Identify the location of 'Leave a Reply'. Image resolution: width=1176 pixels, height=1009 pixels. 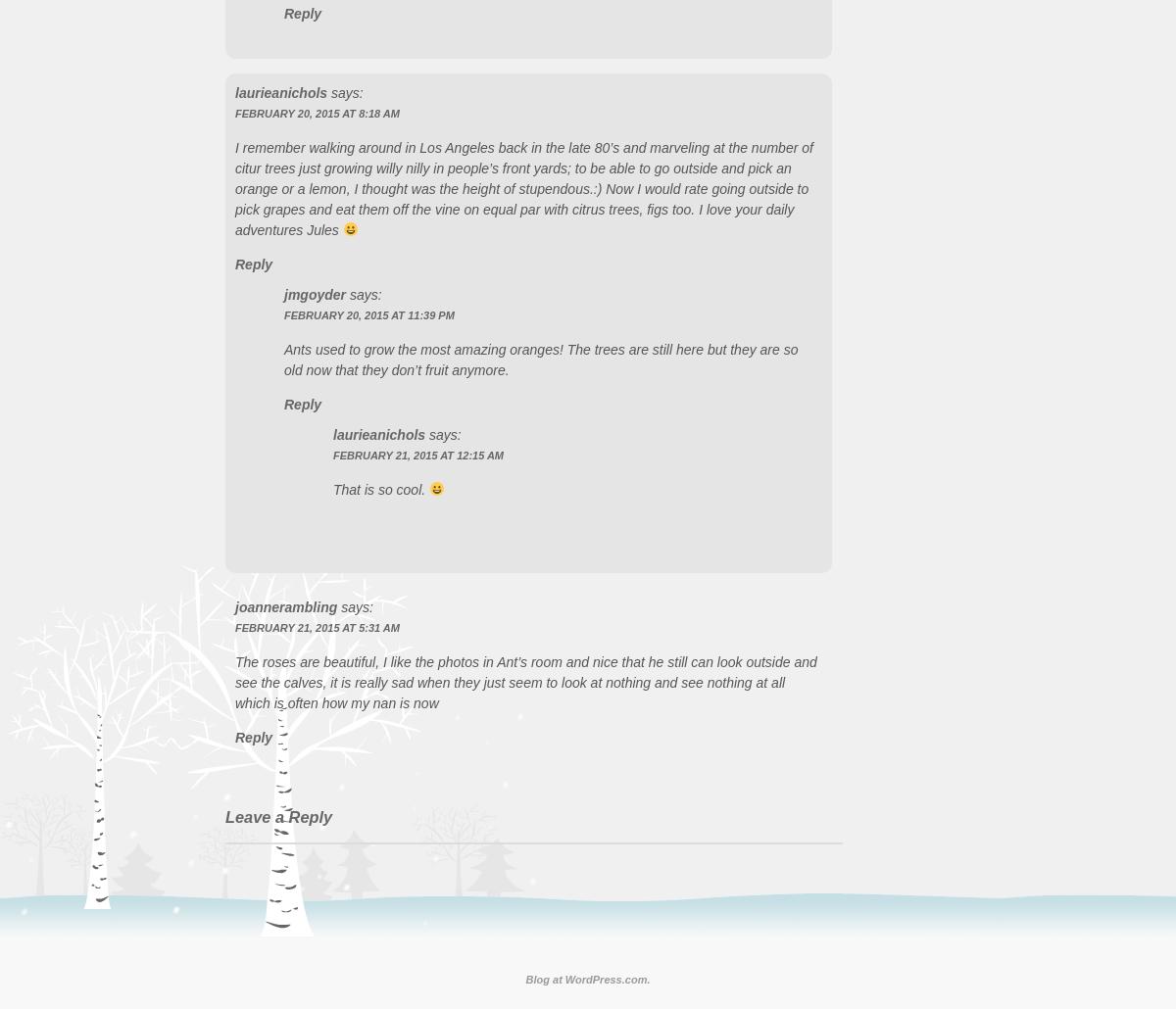
(277, 814).